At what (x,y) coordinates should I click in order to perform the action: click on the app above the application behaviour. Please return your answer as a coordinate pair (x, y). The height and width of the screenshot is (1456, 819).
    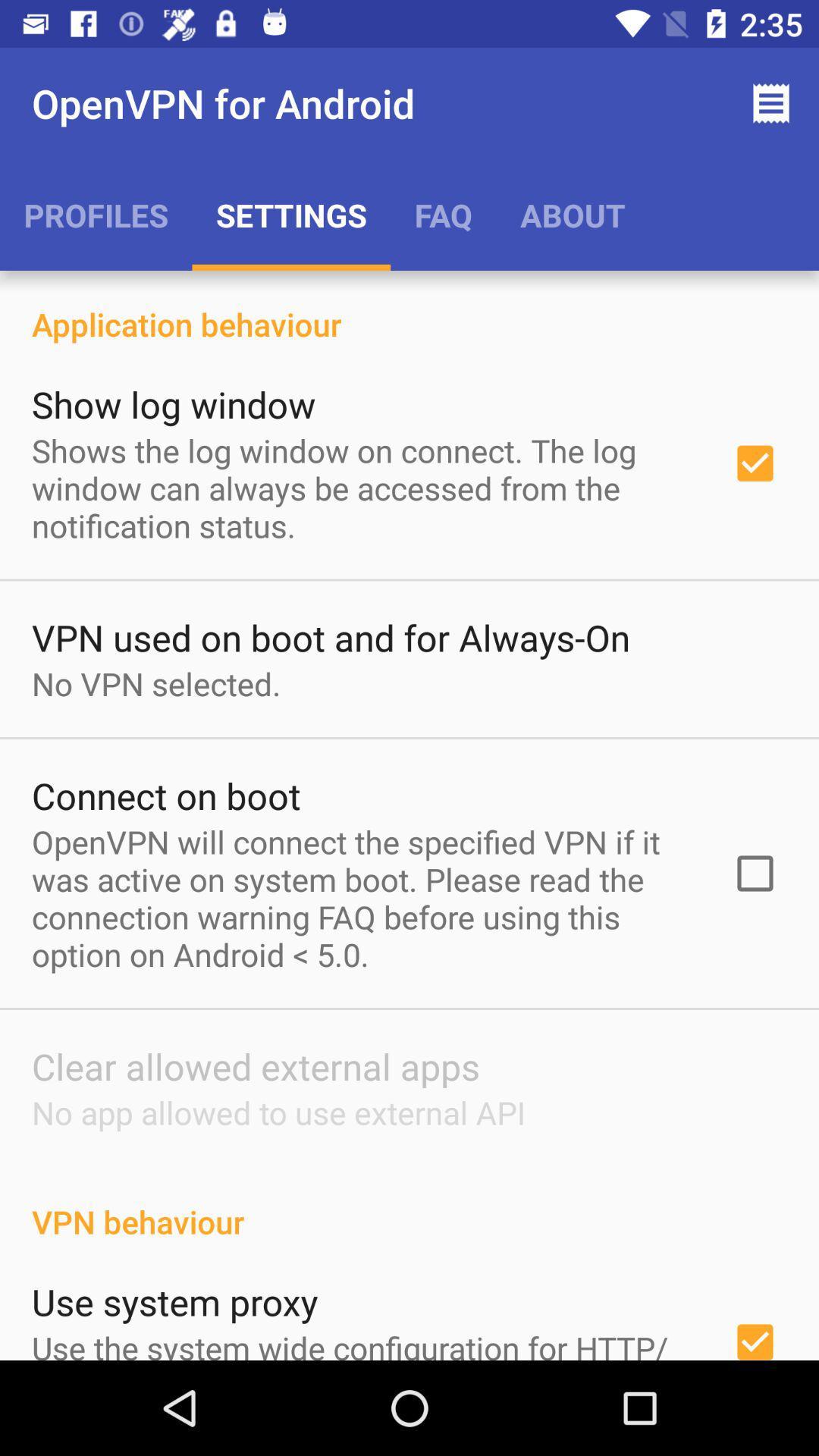
    Looking at the image, I should click on (573, 214).